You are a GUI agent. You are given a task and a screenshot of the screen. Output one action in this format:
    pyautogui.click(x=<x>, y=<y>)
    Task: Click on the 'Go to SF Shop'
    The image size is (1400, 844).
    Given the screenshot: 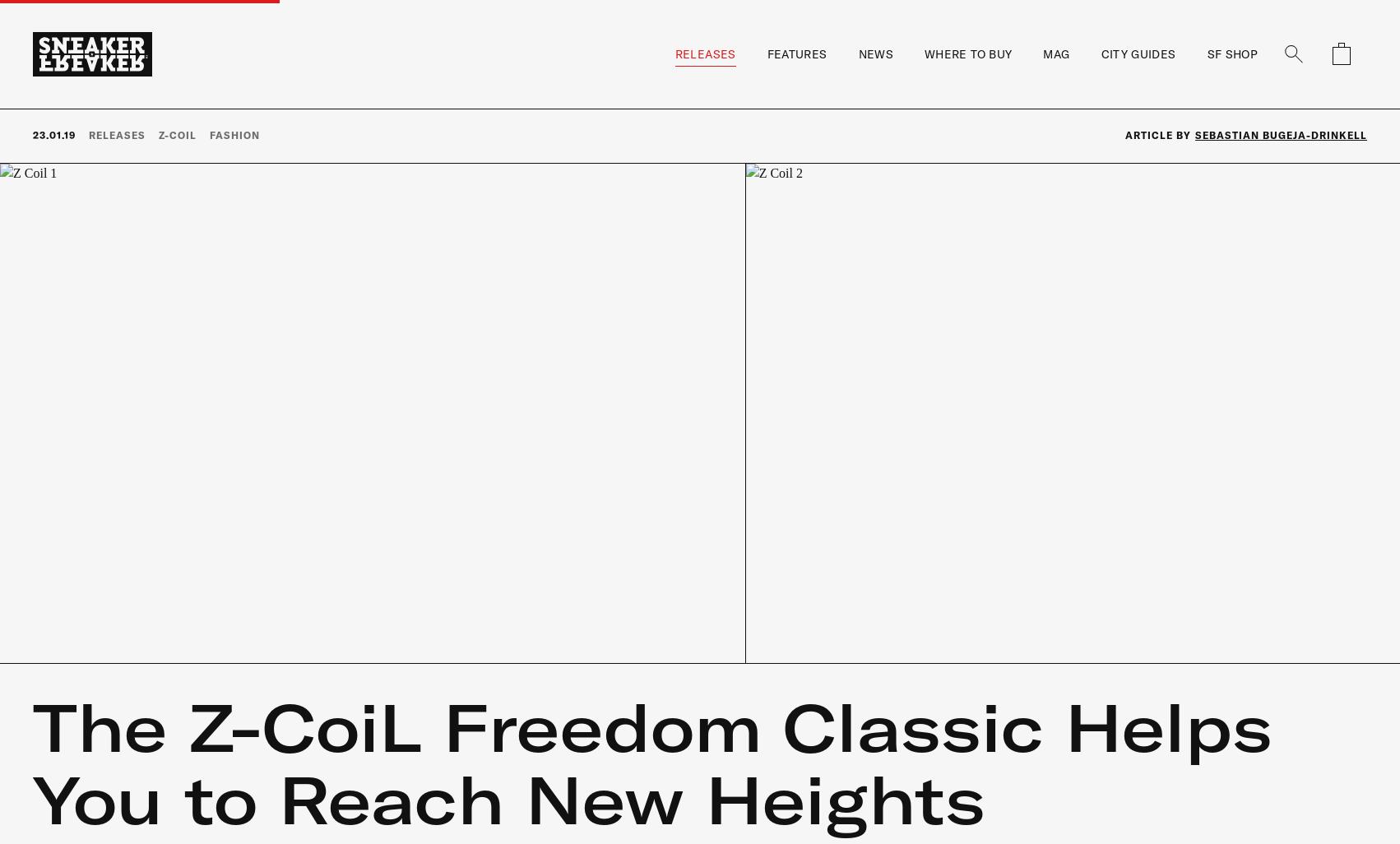 What is the action you would take?
    pyautogui.click(x=1222, y=443)
    